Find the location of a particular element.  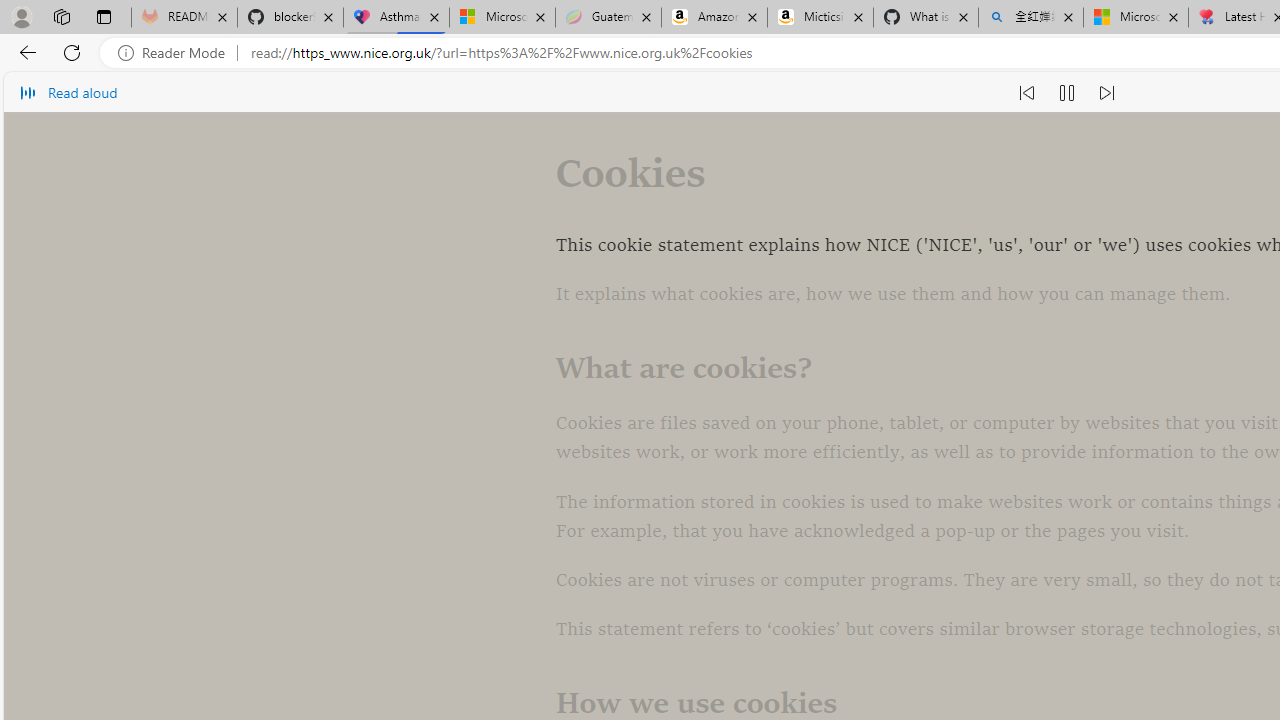

'Asthma Inhalers: Names and Types' is located at coordinates (396, 17).